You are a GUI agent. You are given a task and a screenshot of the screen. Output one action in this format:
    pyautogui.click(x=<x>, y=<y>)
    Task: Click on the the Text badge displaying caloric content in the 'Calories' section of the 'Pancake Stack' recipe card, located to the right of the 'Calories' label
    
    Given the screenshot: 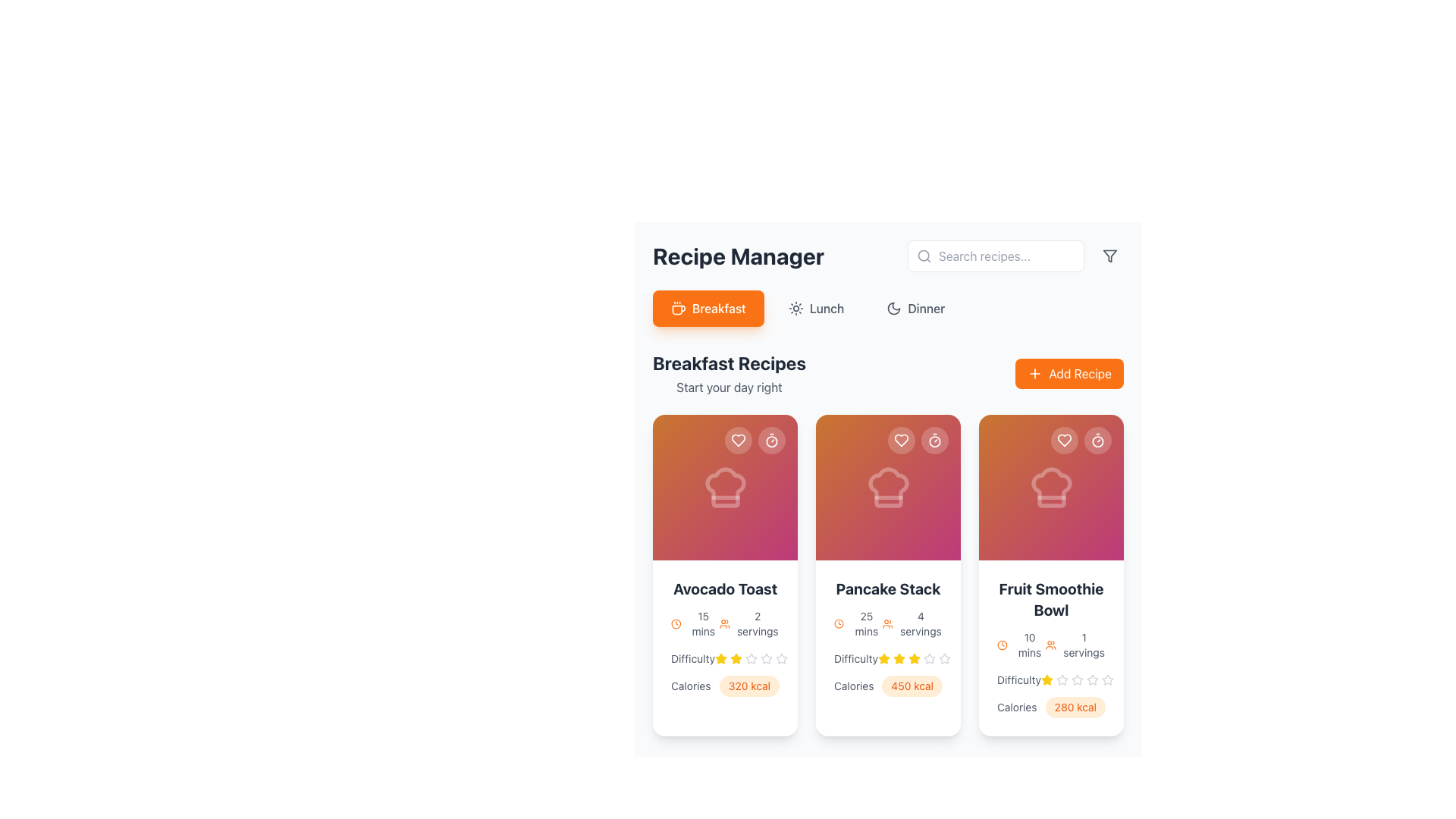 What is the action you would take?
    pyautogui.click(x=912, y=686)
    